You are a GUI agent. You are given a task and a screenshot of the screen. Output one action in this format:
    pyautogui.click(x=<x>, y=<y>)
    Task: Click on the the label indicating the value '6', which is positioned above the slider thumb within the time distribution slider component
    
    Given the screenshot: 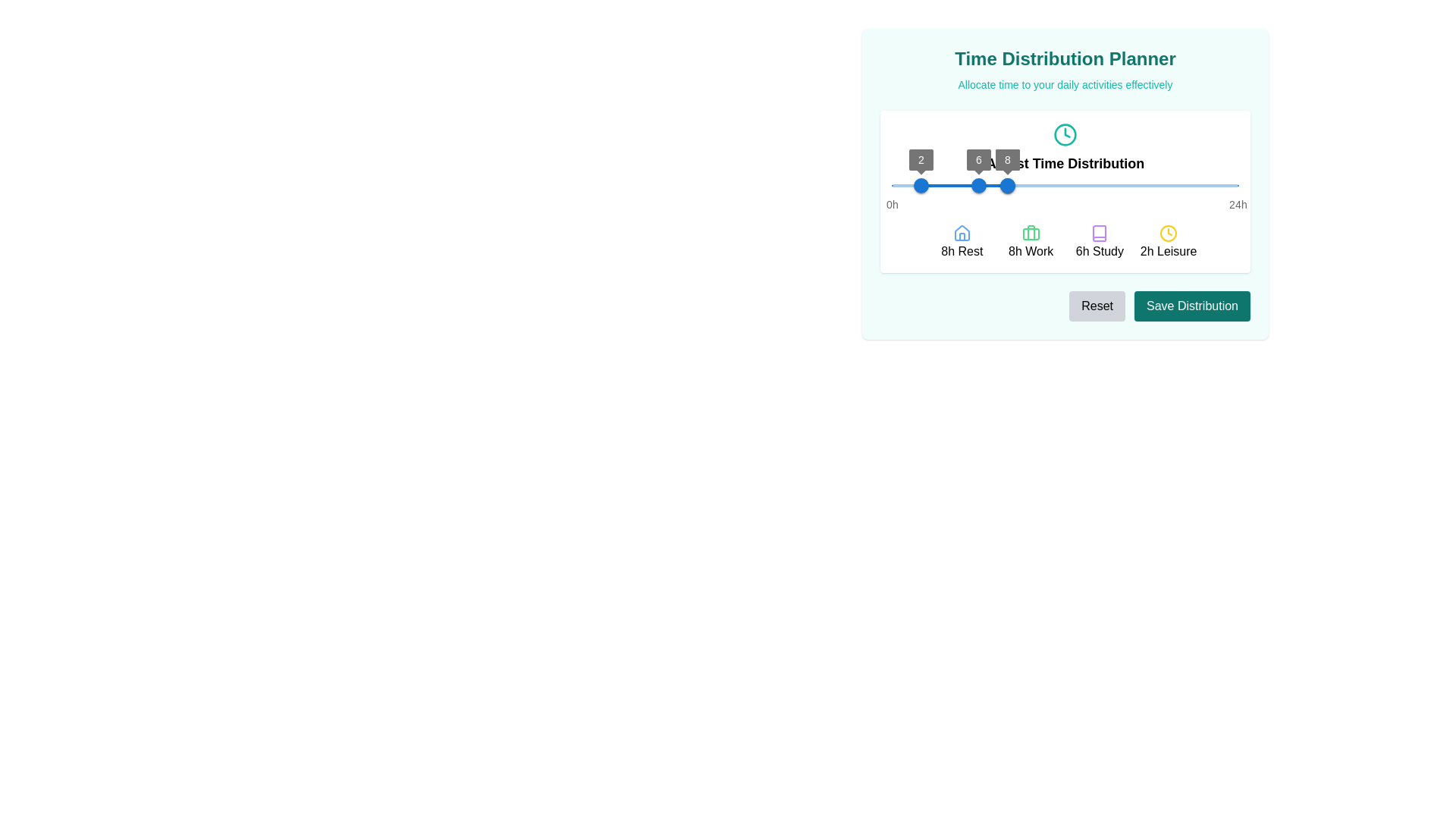 What is the action you would take?
    pyautogui.click(x=979, y=158)
    